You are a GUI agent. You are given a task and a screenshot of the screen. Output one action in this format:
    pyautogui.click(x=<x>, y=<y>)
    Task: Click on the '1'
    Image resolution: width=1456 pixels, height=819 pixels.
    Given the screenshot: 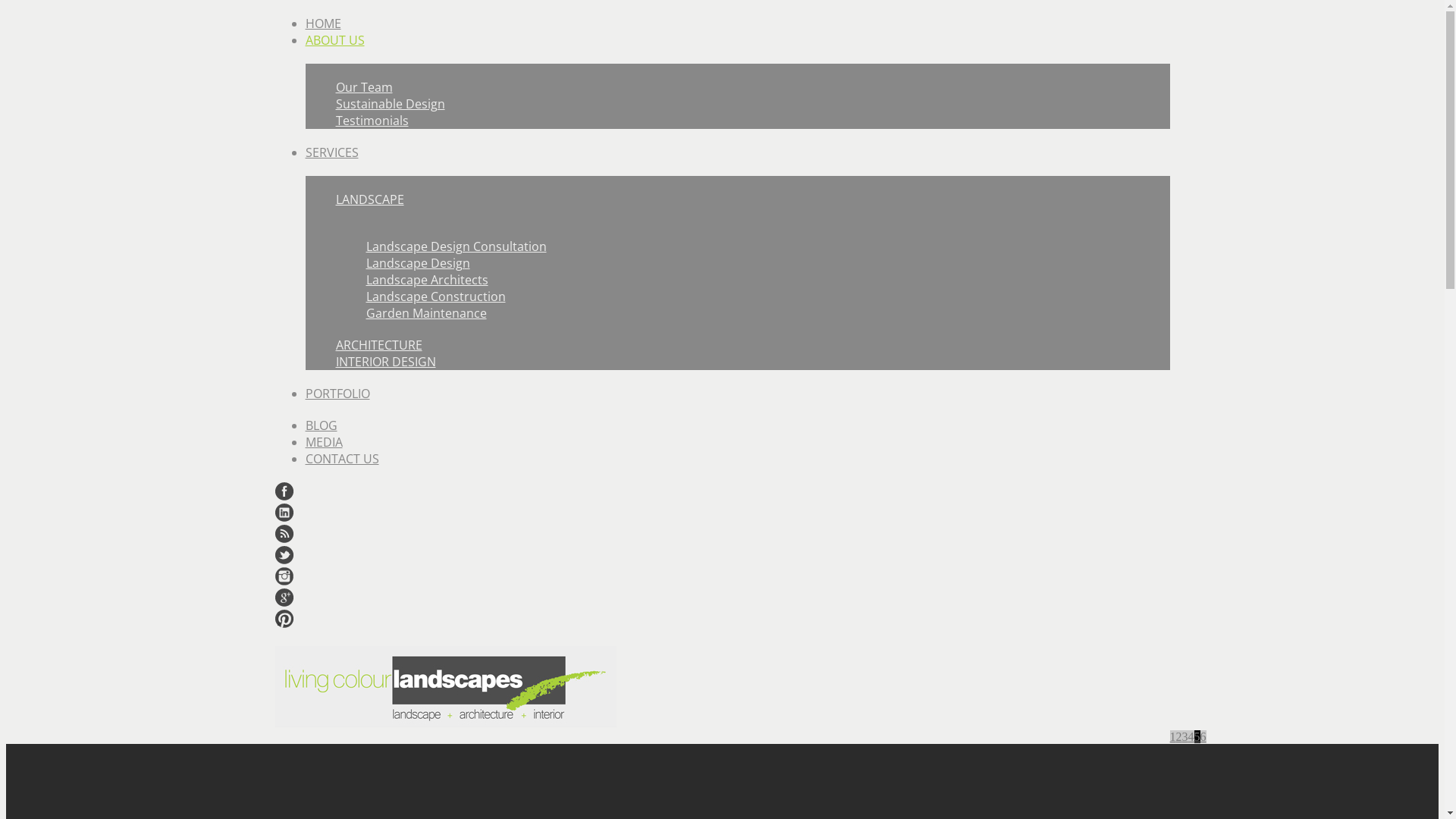 What is the action you would take?
    pyautogui.click(x=1171, y=736)
    